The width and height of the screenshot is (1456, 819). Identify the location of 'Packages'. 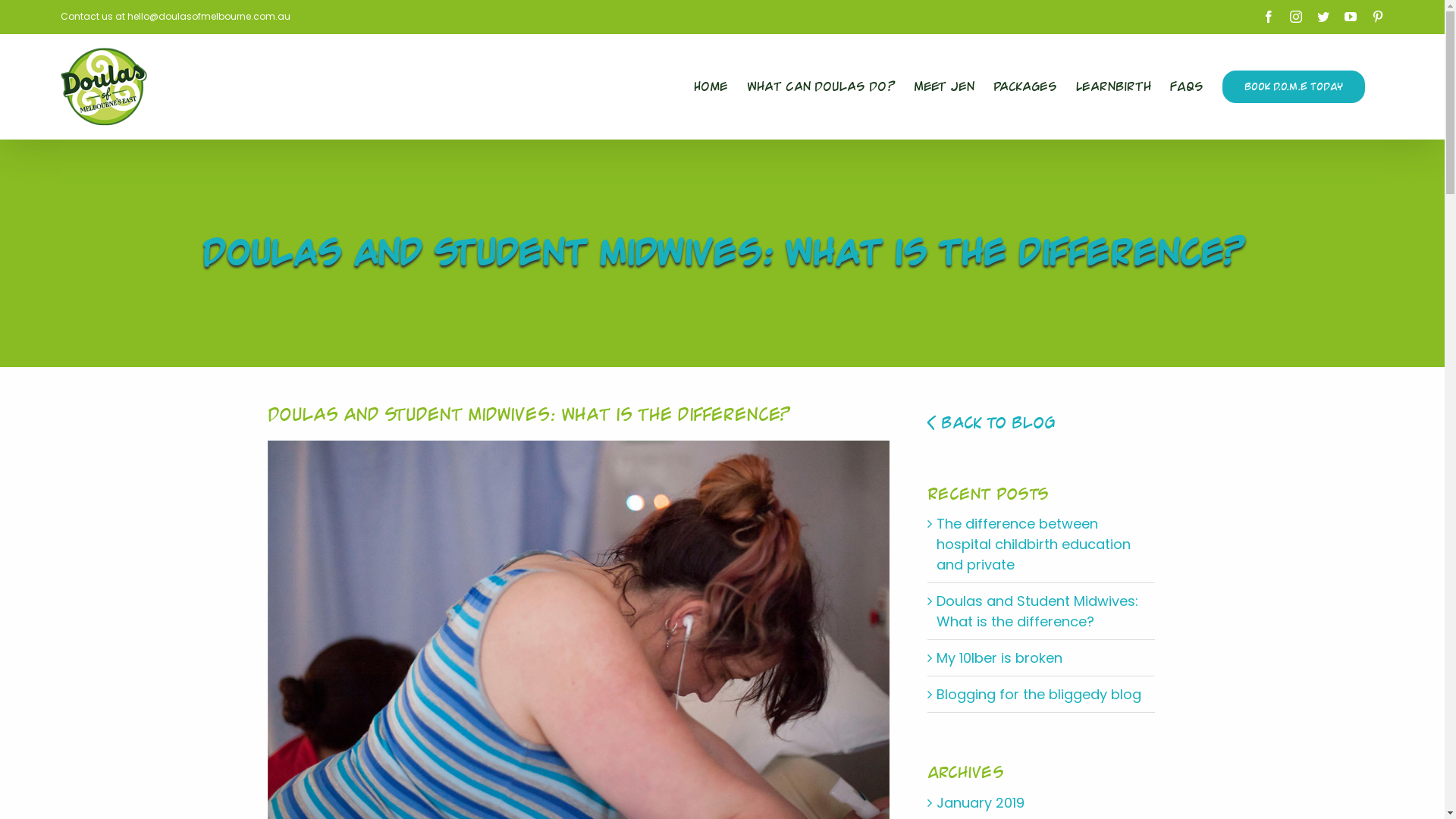
(1025, 86).